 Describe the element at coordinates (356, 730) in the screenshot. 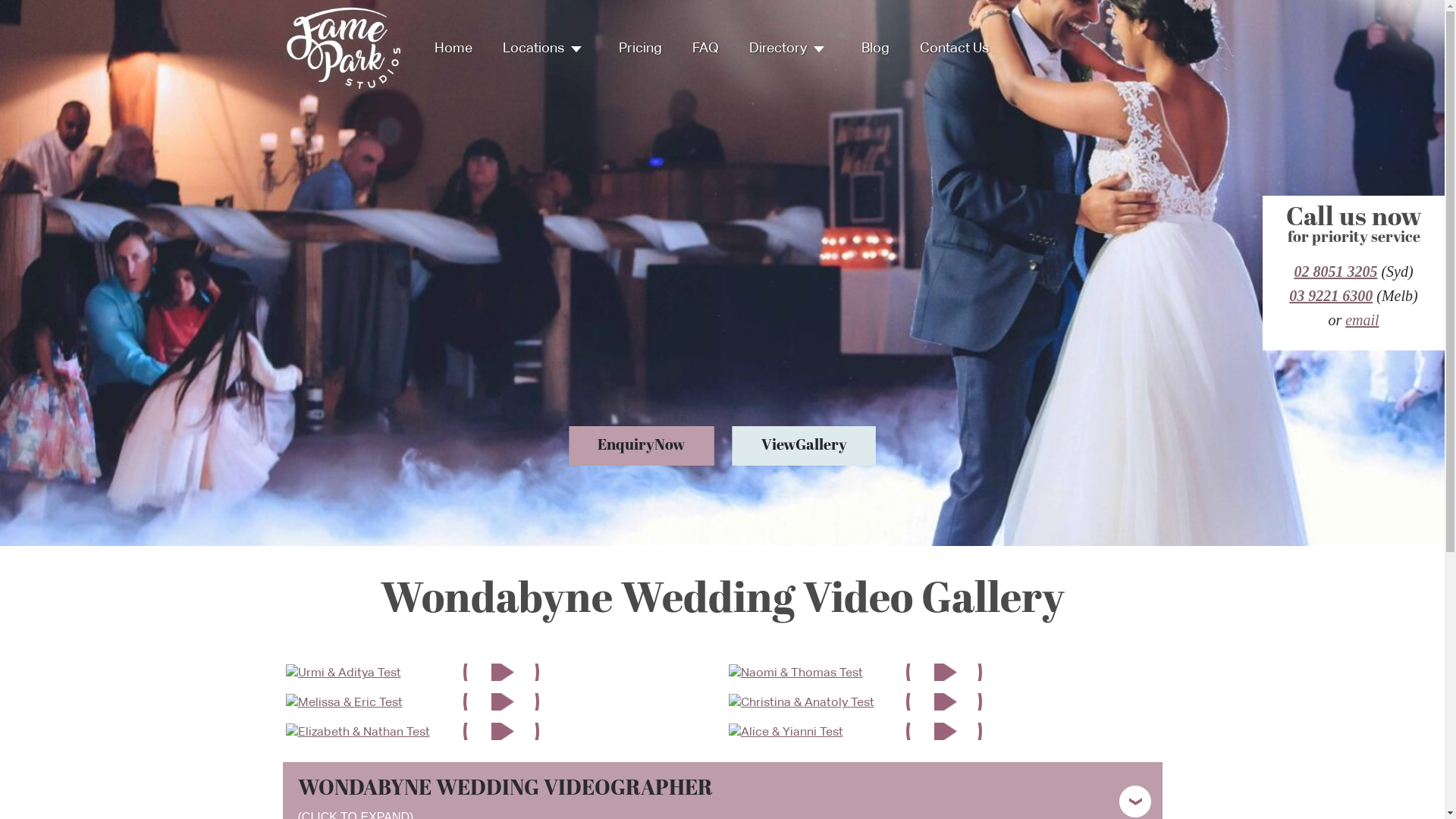

I see `'Elizabeth & Nathan || Cinematic Wedding Highlight'` at that location.